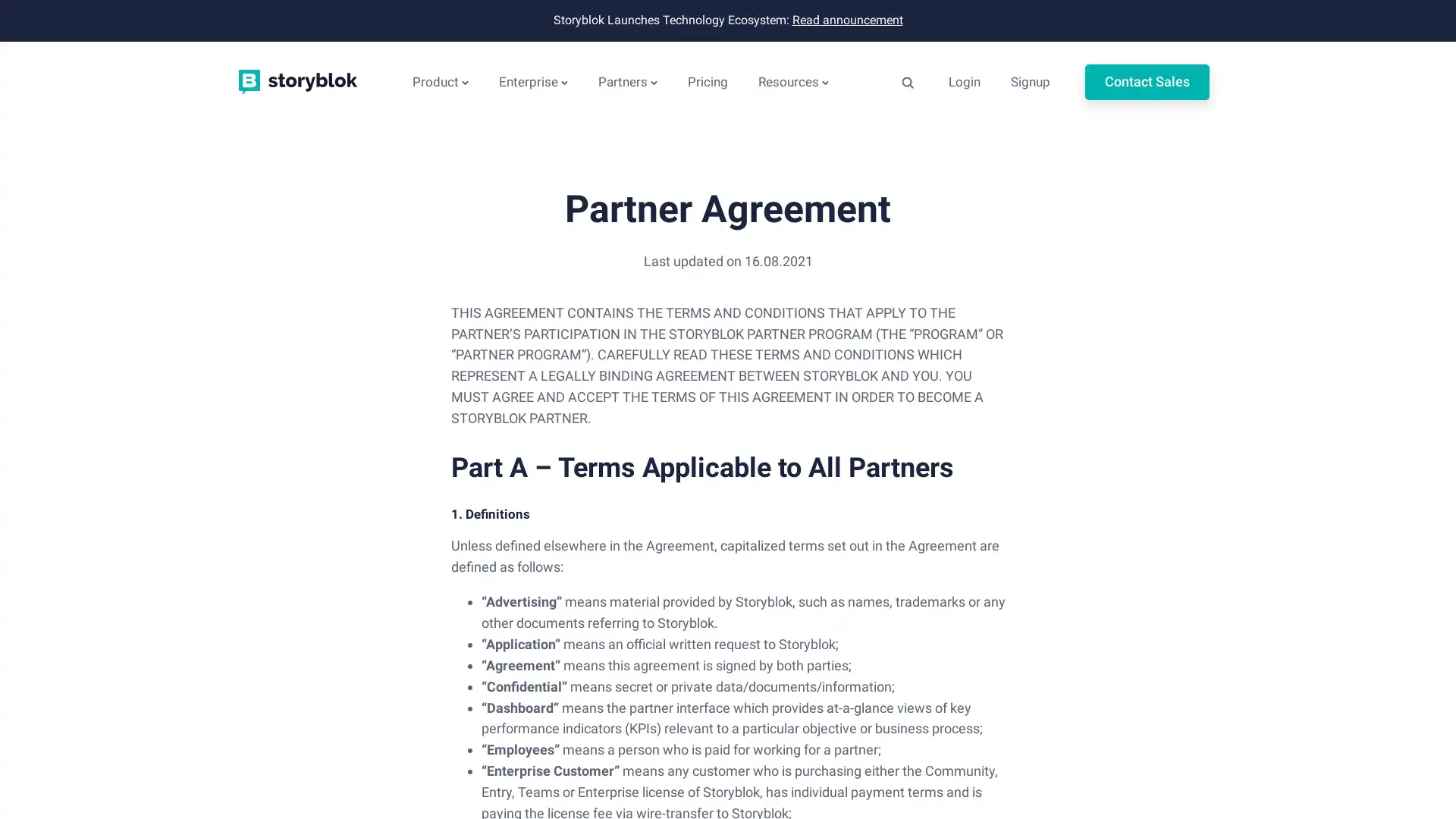 This screenshot has width=1456, height=819. Describe the element at coordinates (792, 82) in the screenshot. I see `Resources` at that location.